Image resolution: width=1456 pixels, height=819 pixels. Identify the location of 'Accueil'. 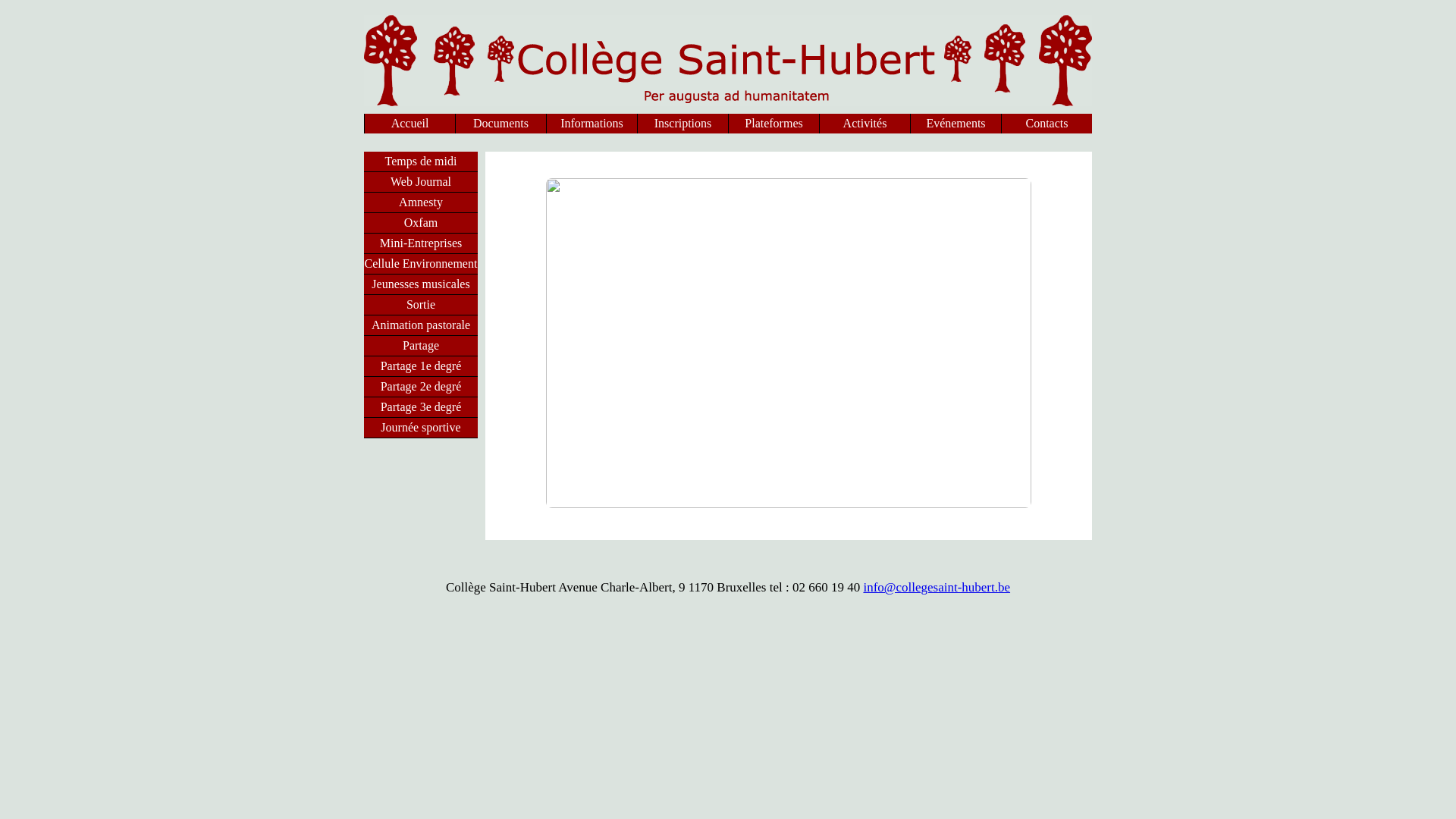
(409, 122).